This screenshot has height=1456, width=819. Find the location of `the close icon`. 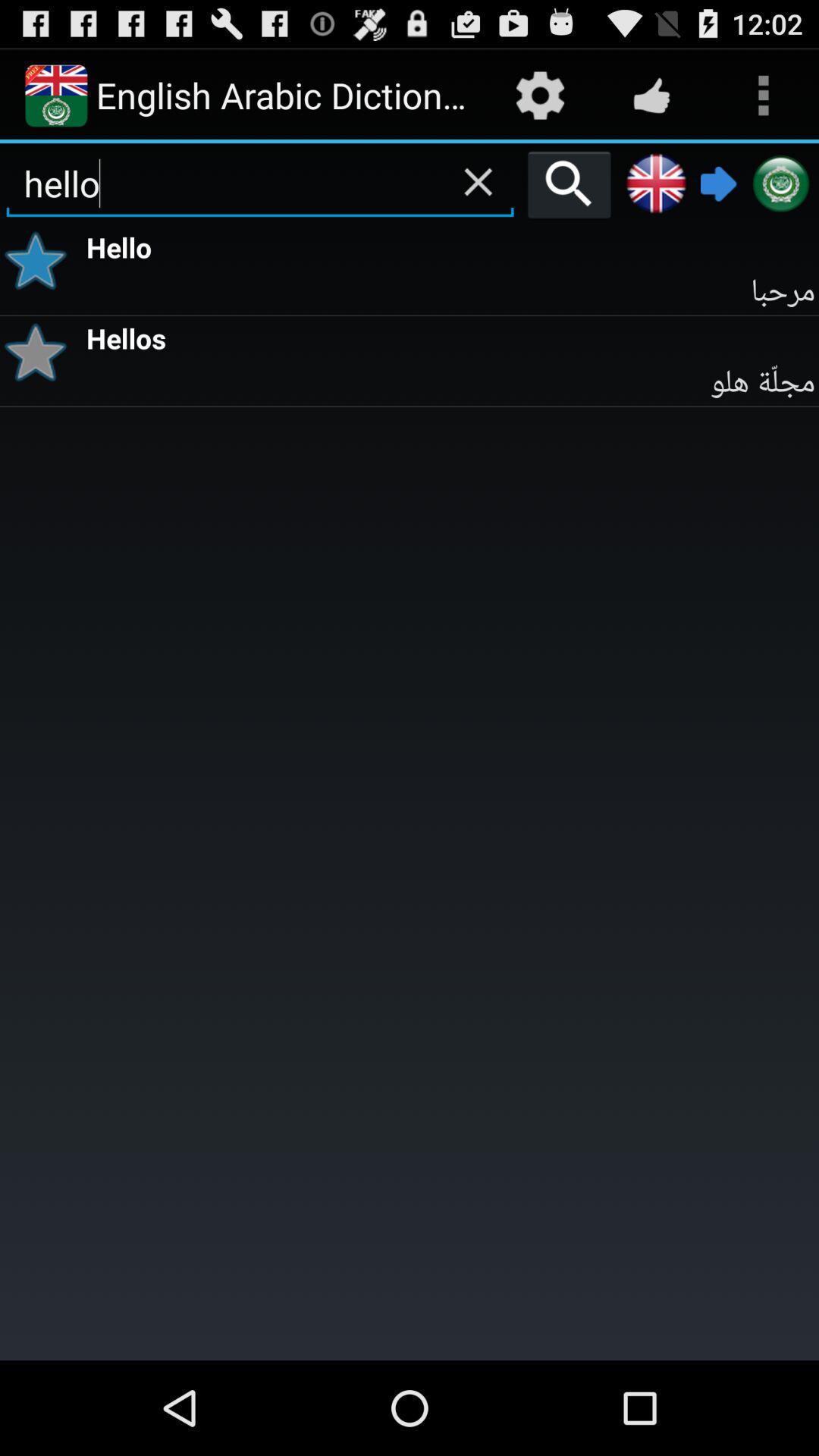

the close icon is located at coordinates (478, 193).